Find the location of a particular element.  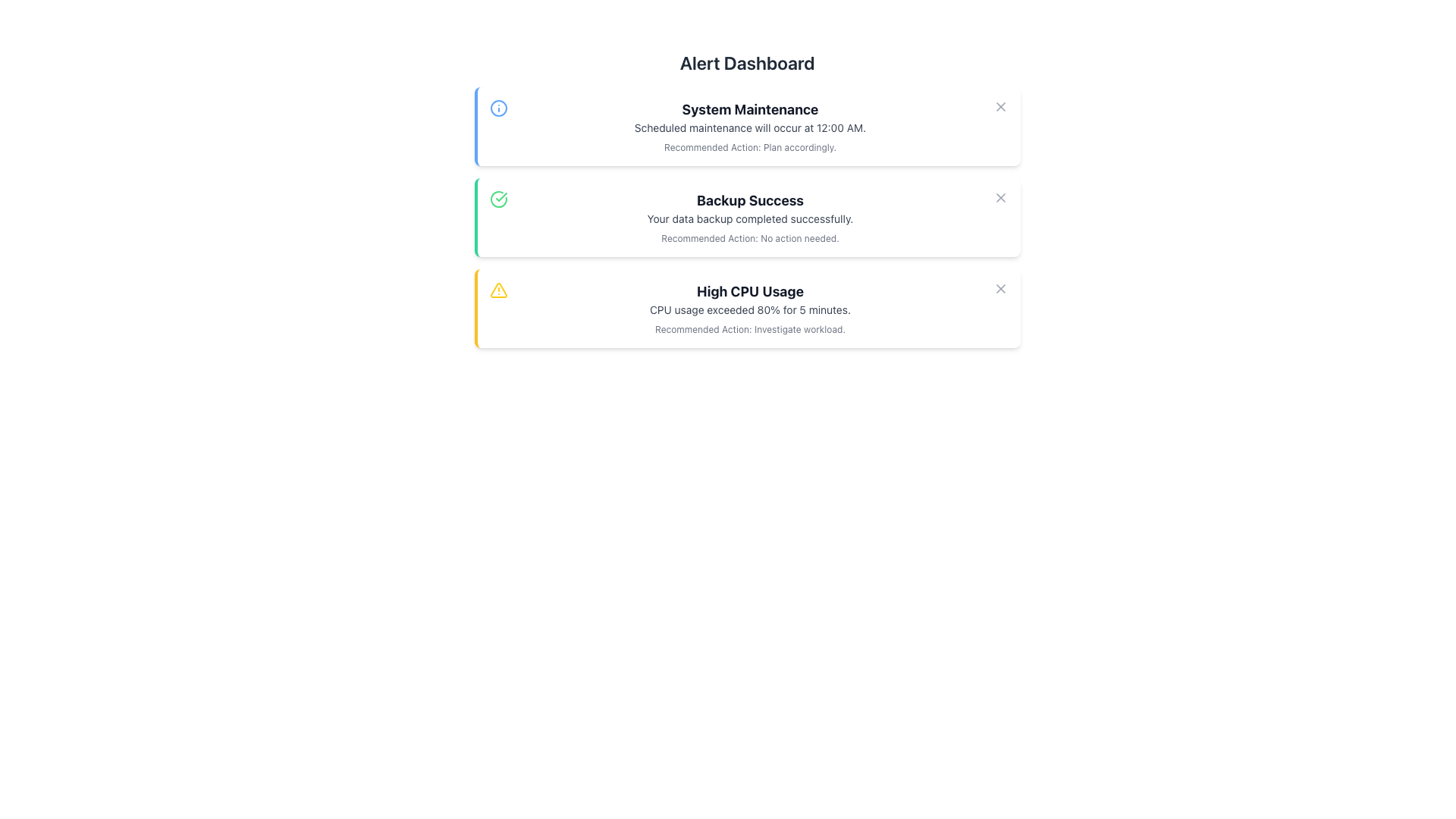

warning text block that communicates about CPU usage exceeding a threshold, positioned beneath the 'High CPU Usage' title is located at coordinates (750, 309).